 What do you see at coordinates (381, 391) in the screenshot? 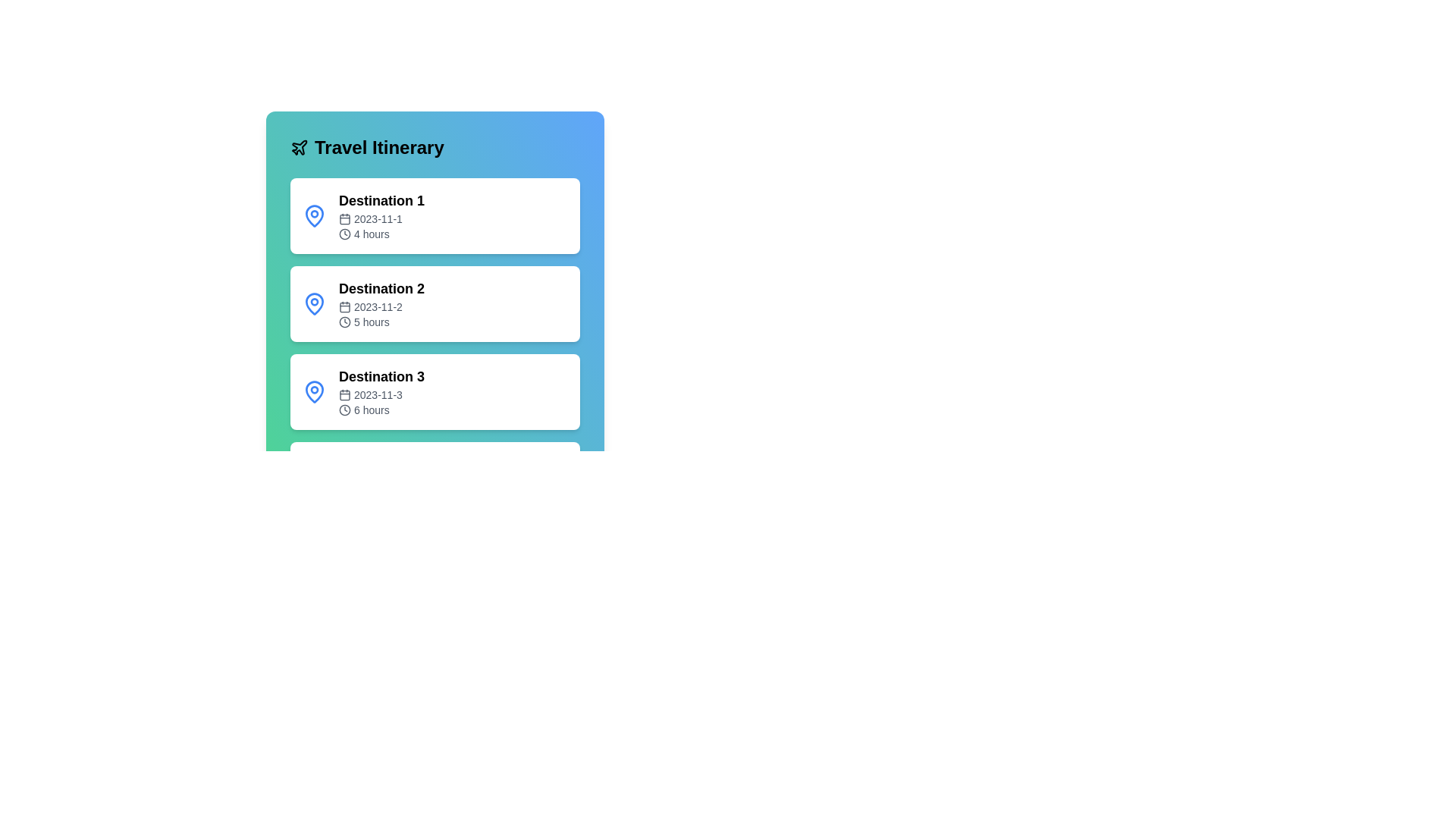
I see `the third card in the vertically stacked list of informative cards that represents a specific destination in the itinerary` at bounding box center [381, 391].